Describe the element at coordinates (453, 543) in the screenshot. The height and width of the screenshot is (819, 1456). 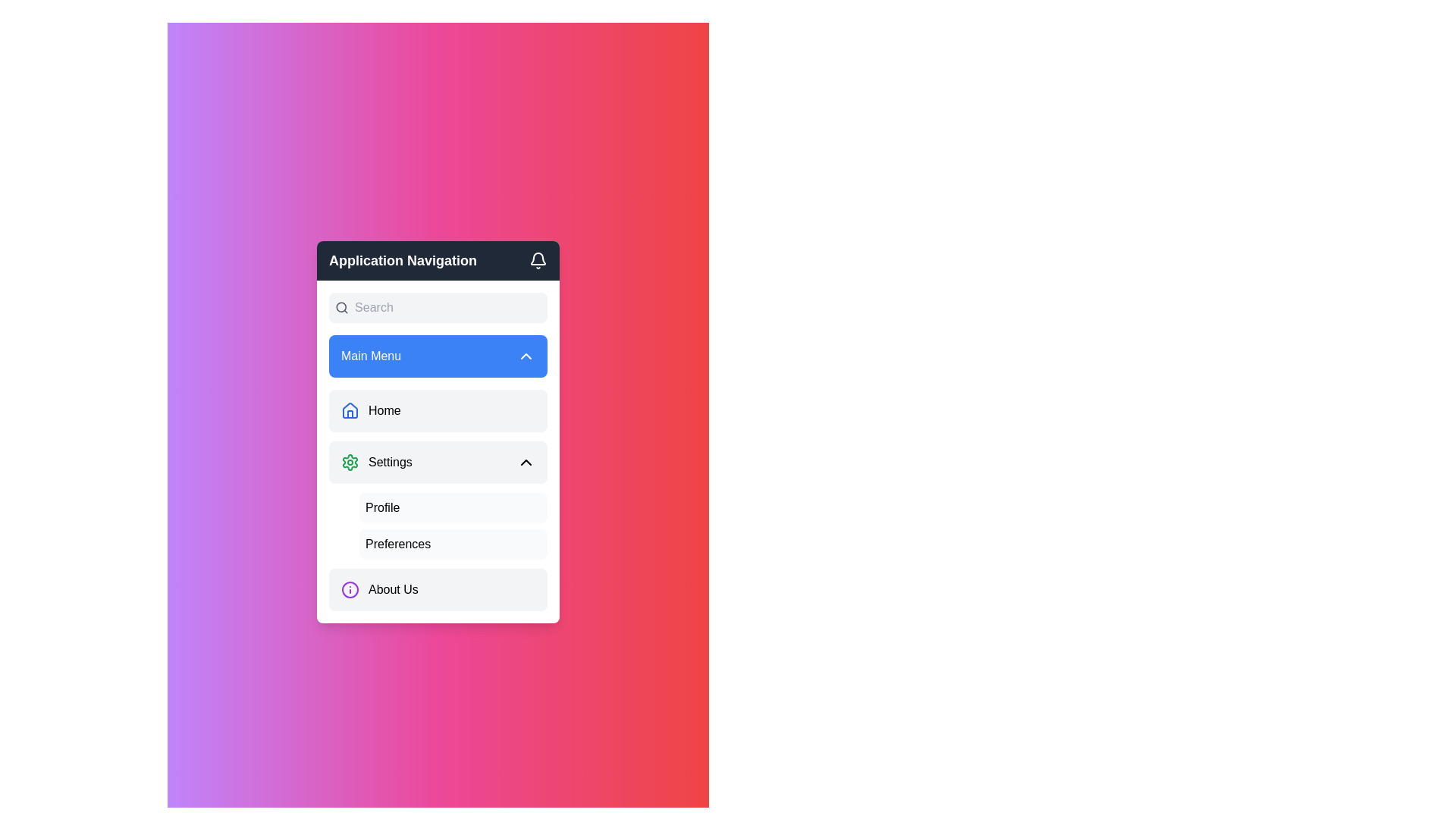
I see `keyboard navigation` at that location.